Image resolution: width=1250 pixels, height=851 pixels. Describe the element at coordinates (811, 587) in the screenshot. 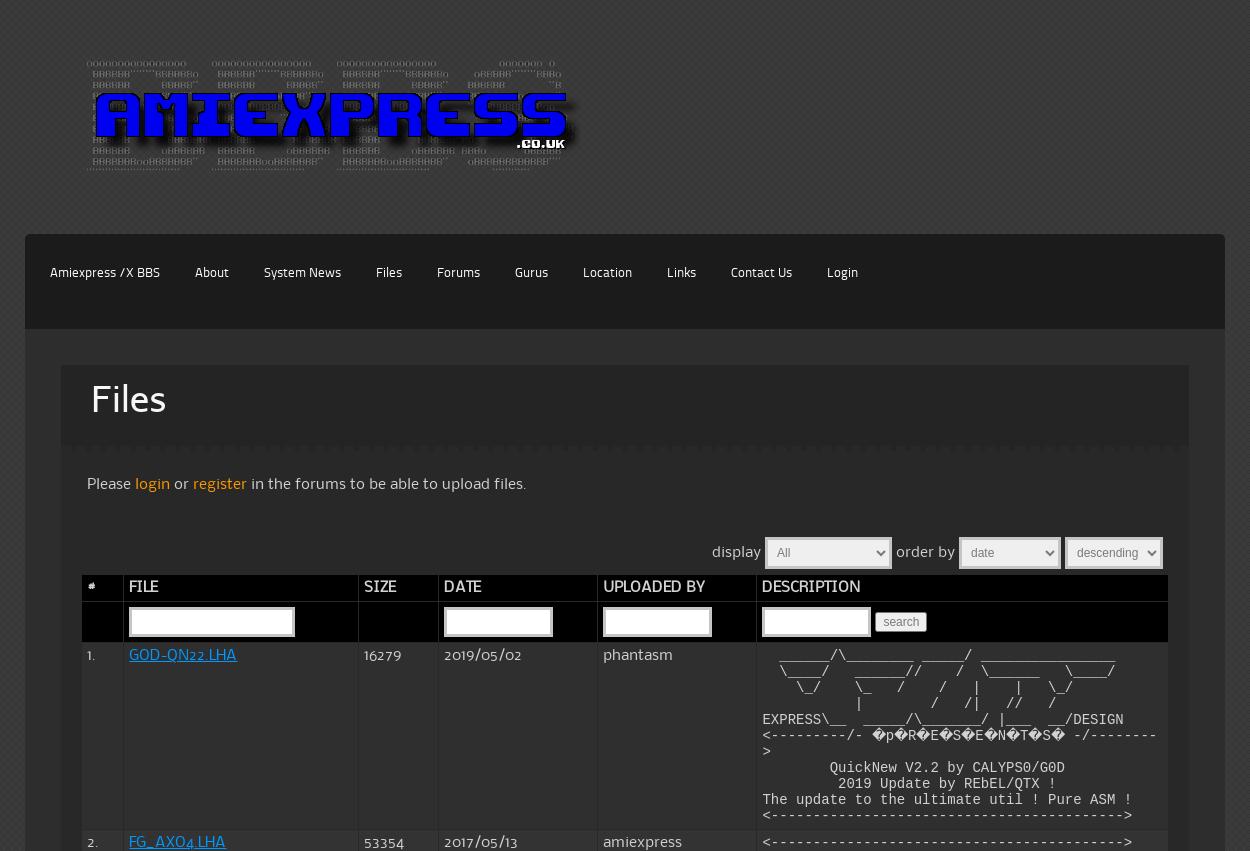

I see `'Description'` at that location.